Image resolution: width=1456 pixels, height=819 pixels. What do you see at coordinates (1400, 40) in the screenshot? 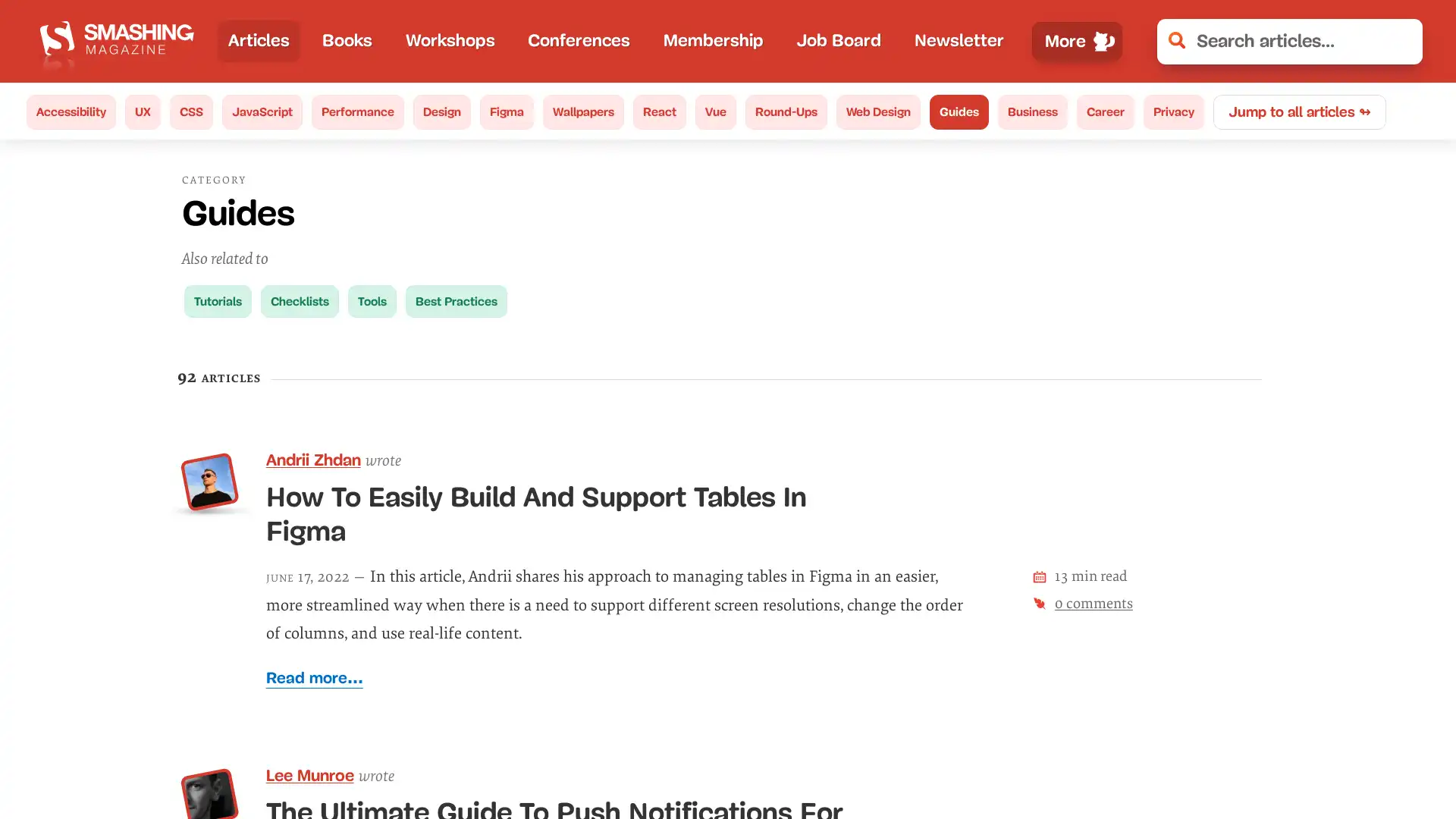
I see `Clear Search` at bounding box center [1400, 40].